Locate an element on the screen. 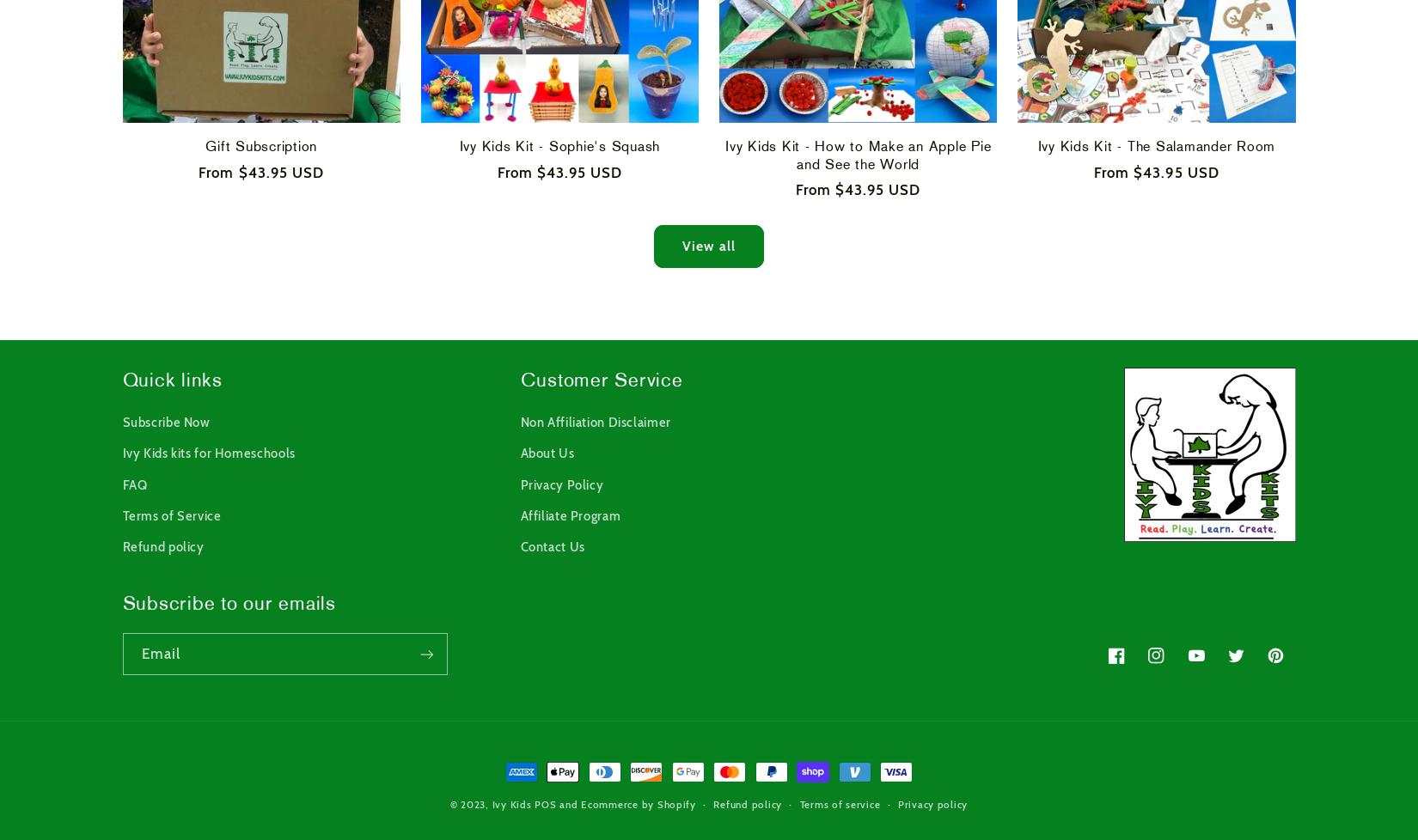 The image size is (1418, 840). 'Ivy Kids Kit - How to Make an Apple Pie and See the World' is located at coordinates (858, 155).